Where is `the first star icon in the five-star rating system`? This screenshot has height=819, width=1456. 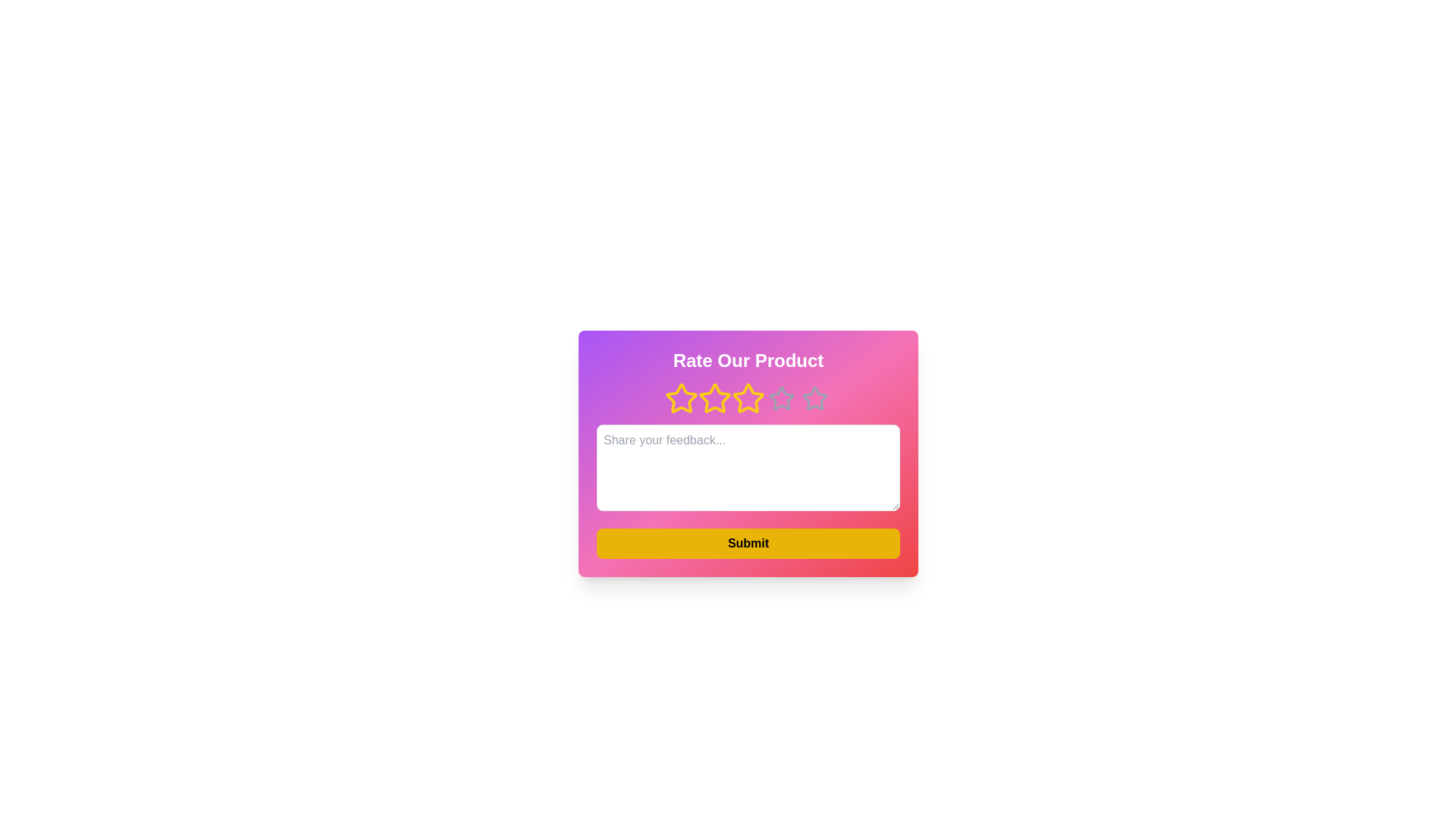
the first star icon in the five-star rating system is located at coordinates (680, 397).